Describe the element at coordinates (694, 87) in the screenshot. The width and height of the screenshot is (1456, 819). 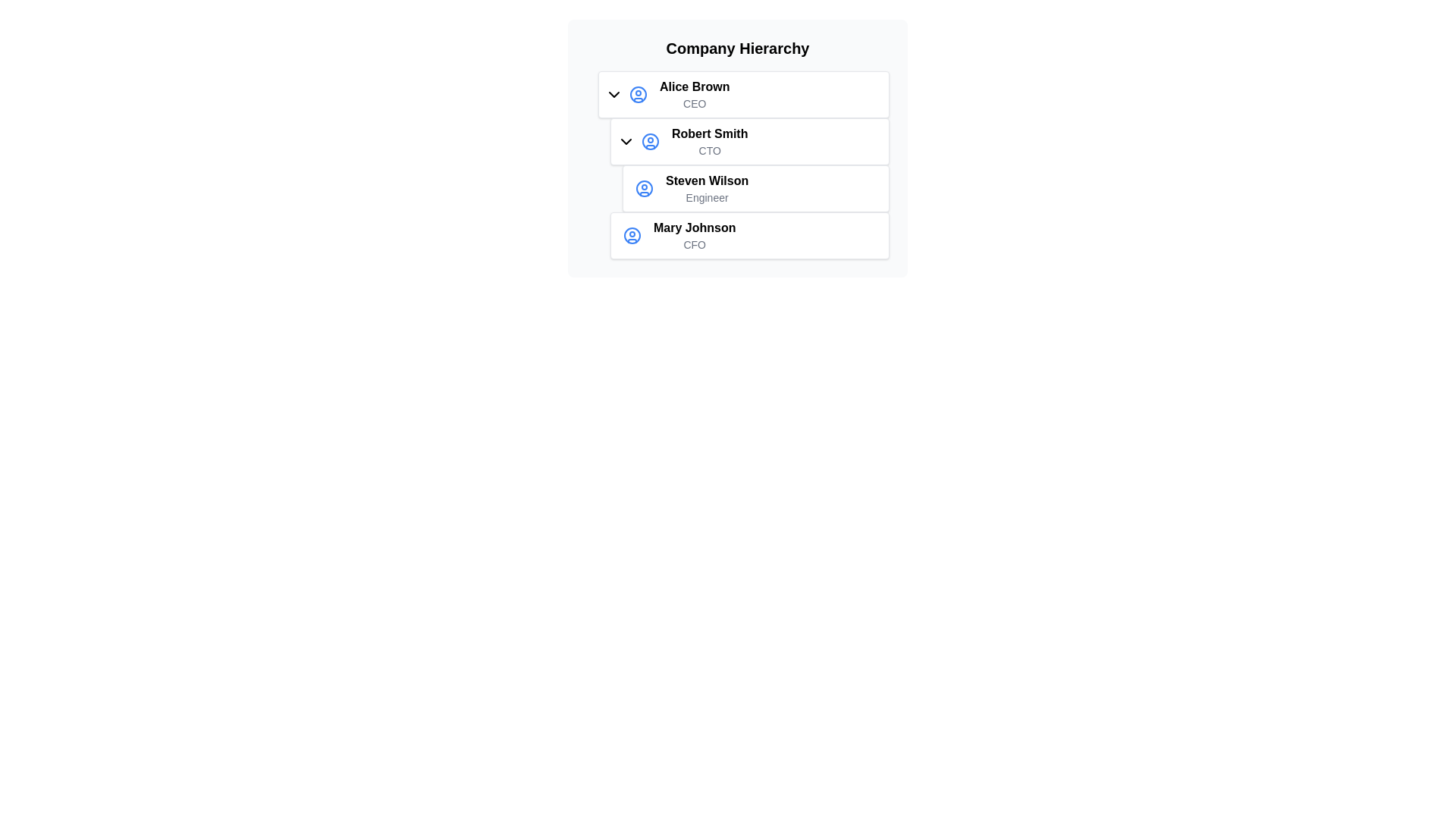
I see `text content of the text label displaying 'Alice Brown', which is styled in bold and indicates the primary role of CEO within the company's organizational structure` at that location.